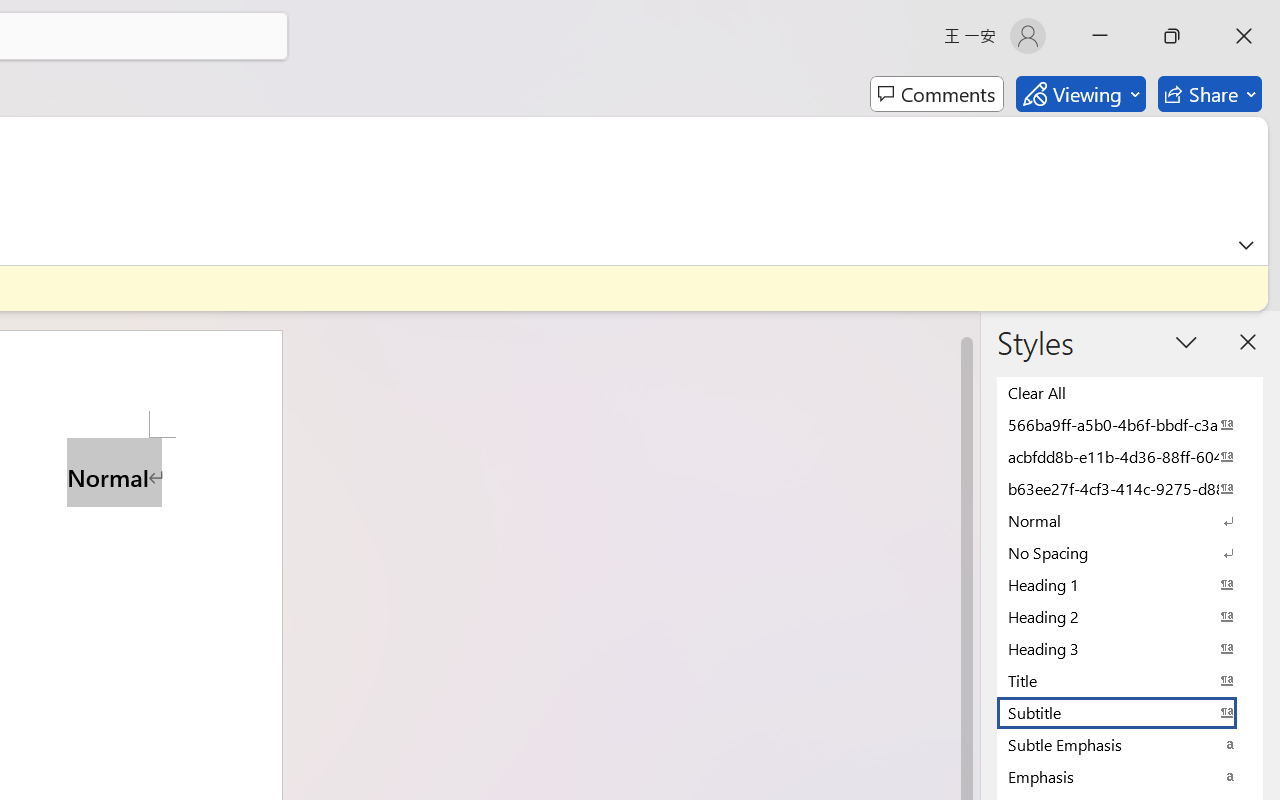 The width and height of the screenshot is (1280, 800). Describe the element at coordinates (1130, 680) in the screenshot. I see `'Title'` at that location.